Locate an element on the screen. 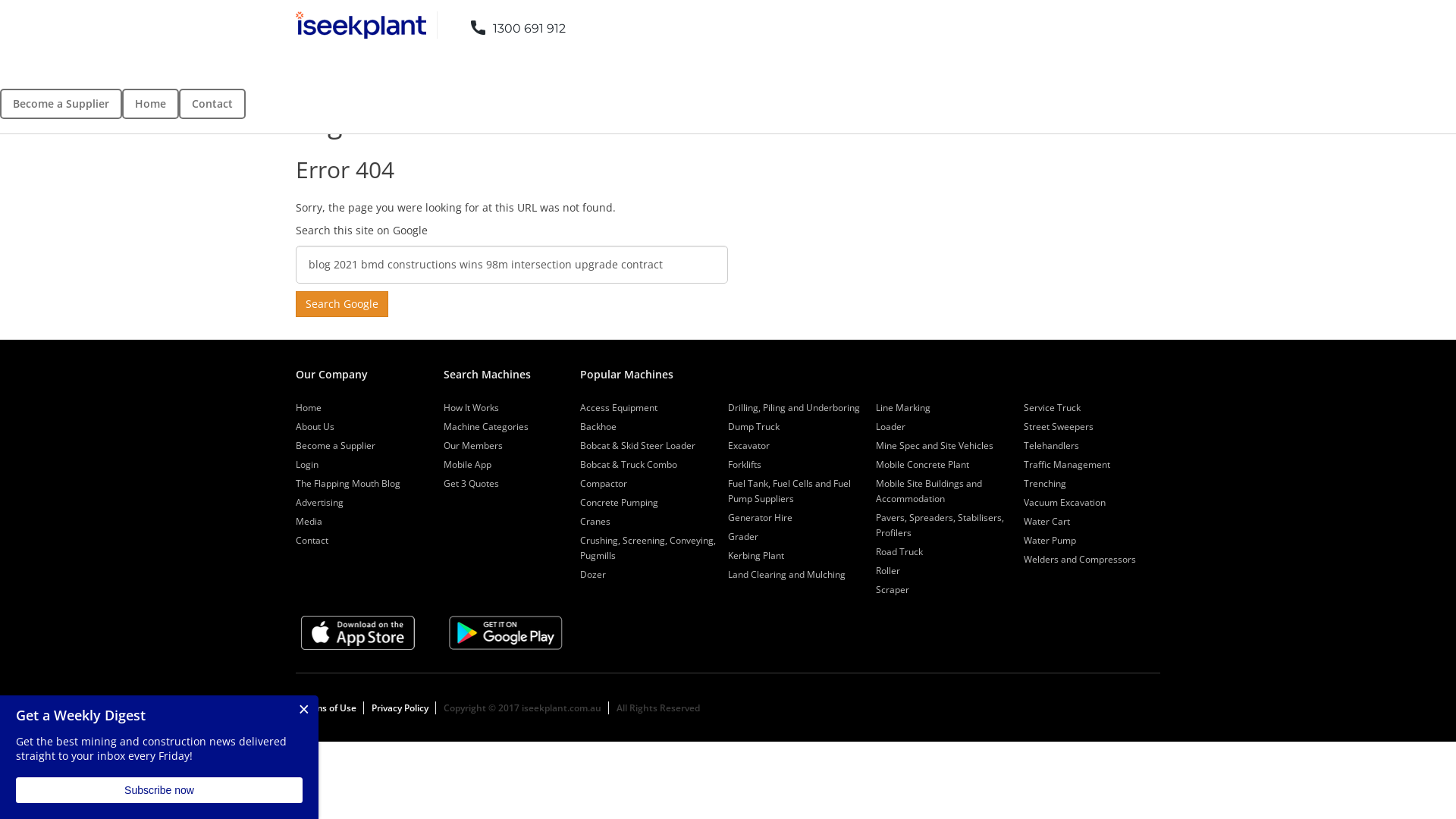 Image resolution: width=1456 pixels, height=819 pixels. 'Get 3 Quotes' is located at coordinates (443, 483).